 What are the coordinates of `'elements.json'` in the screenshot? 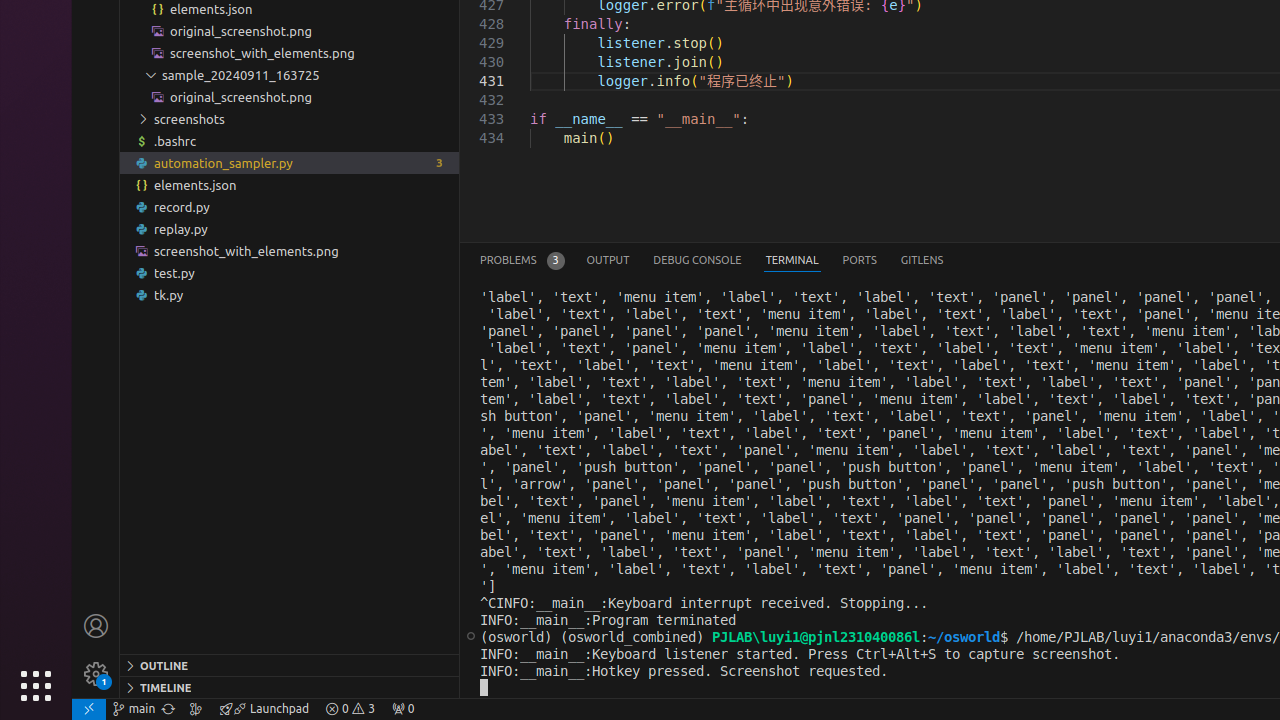 It's located at (288, 184).